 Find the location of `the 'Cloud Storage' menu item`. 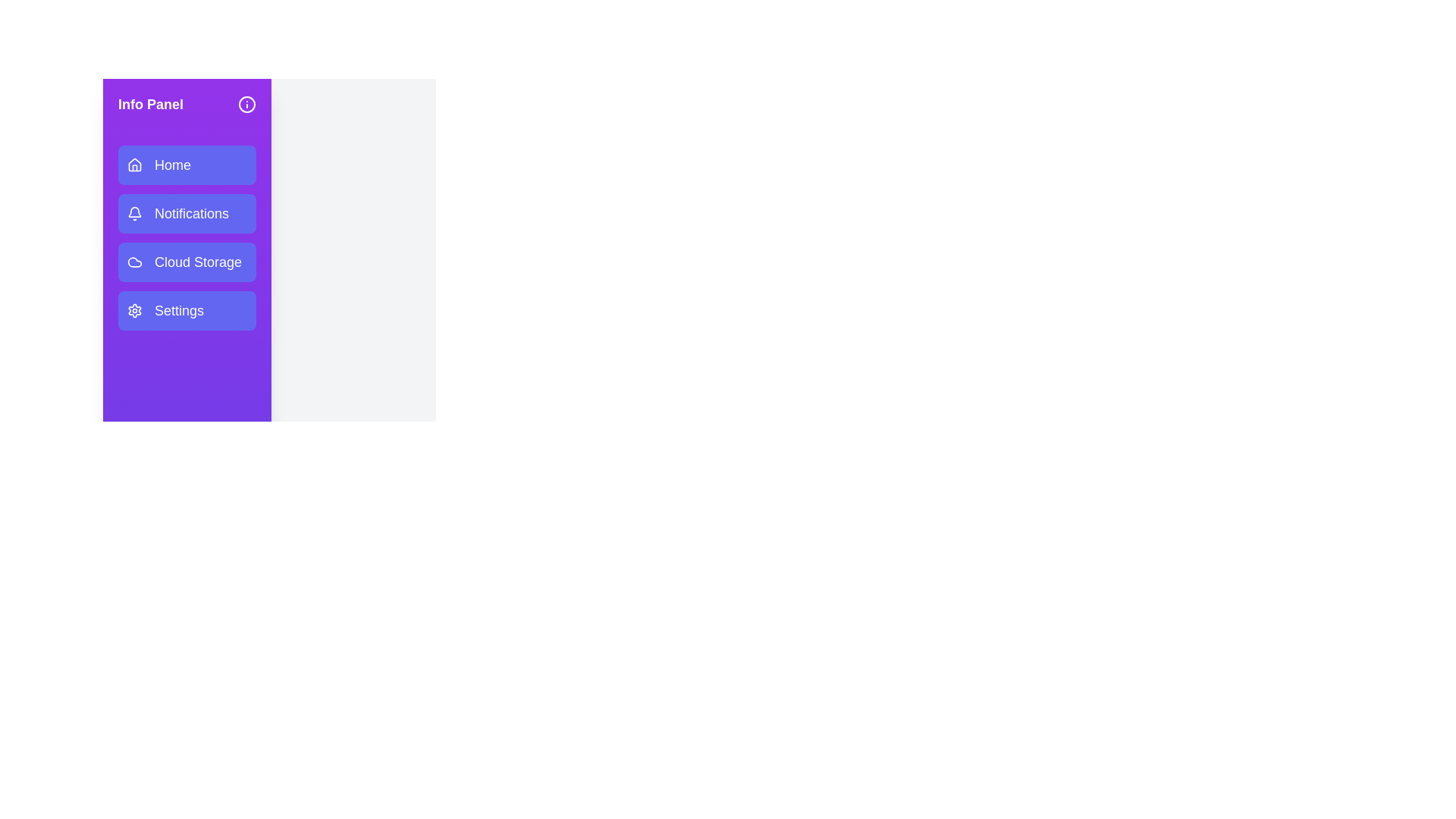

the 'Cloud Storage' menu item is located at coordinates (186, 262).